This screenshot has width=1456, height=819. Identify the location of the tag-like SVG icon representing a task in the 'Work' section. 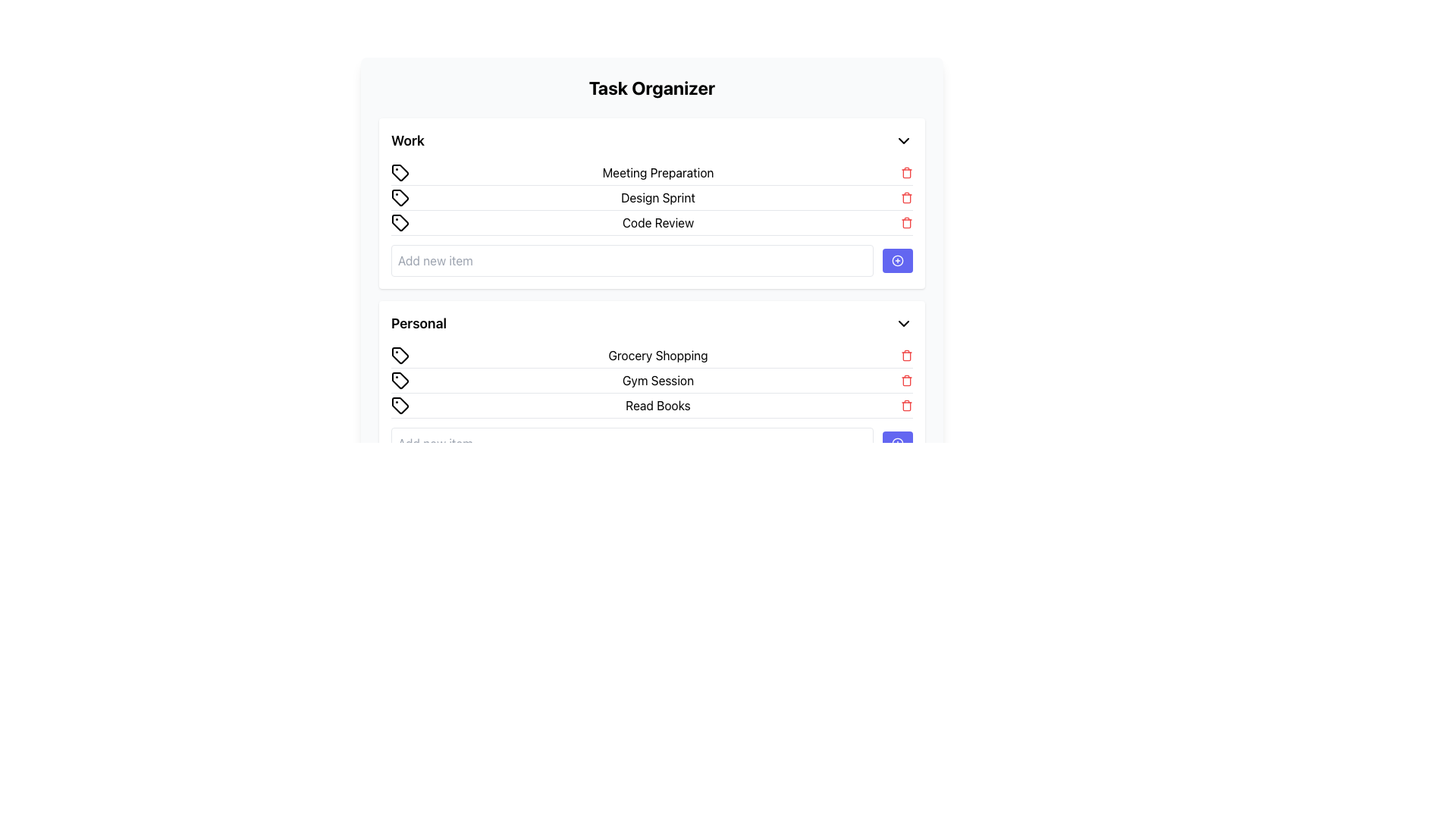
(400, 222).